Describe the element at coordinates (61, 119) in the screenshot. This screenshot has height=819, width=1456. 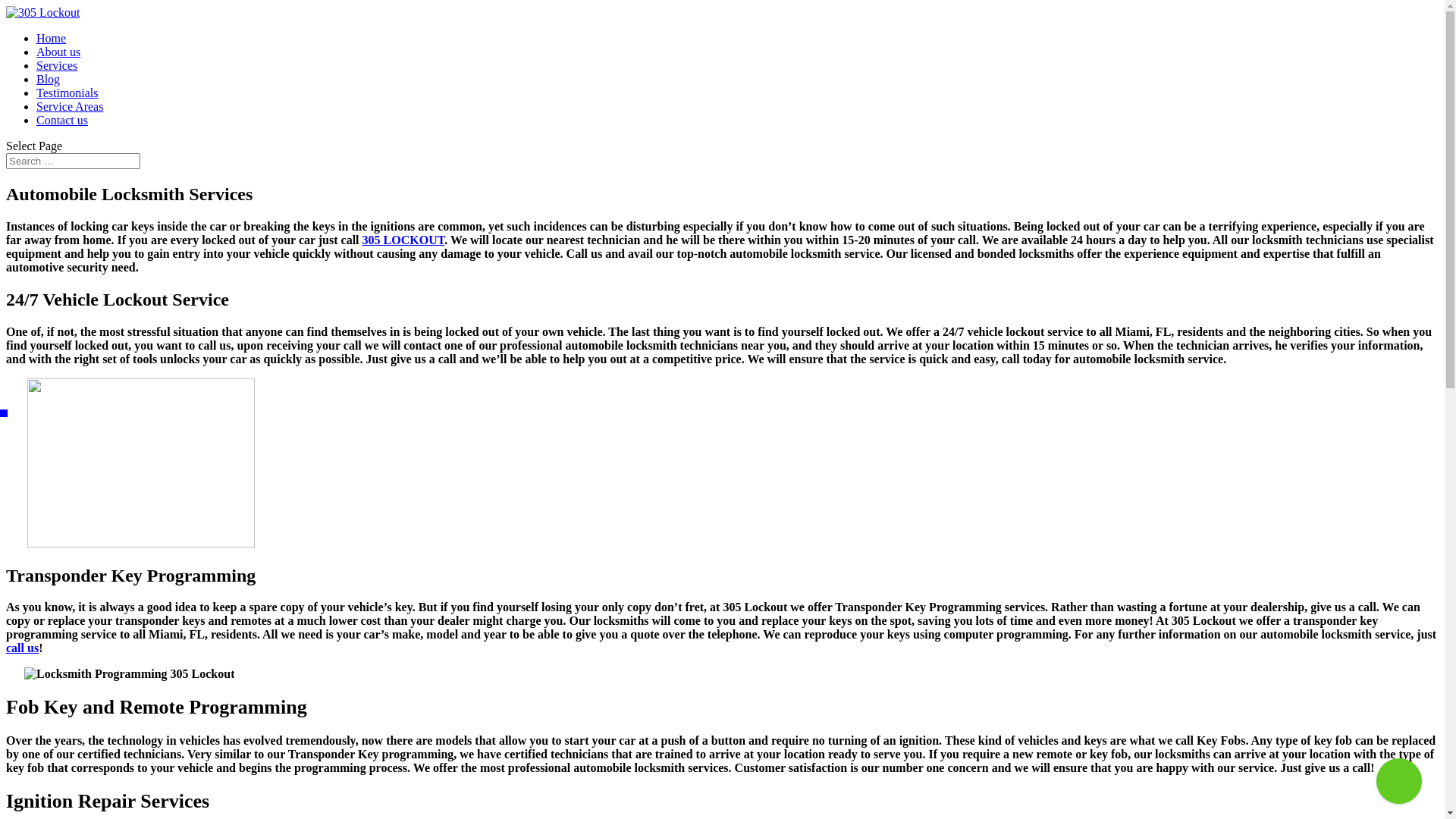
I see `'Contact us'` at that location.